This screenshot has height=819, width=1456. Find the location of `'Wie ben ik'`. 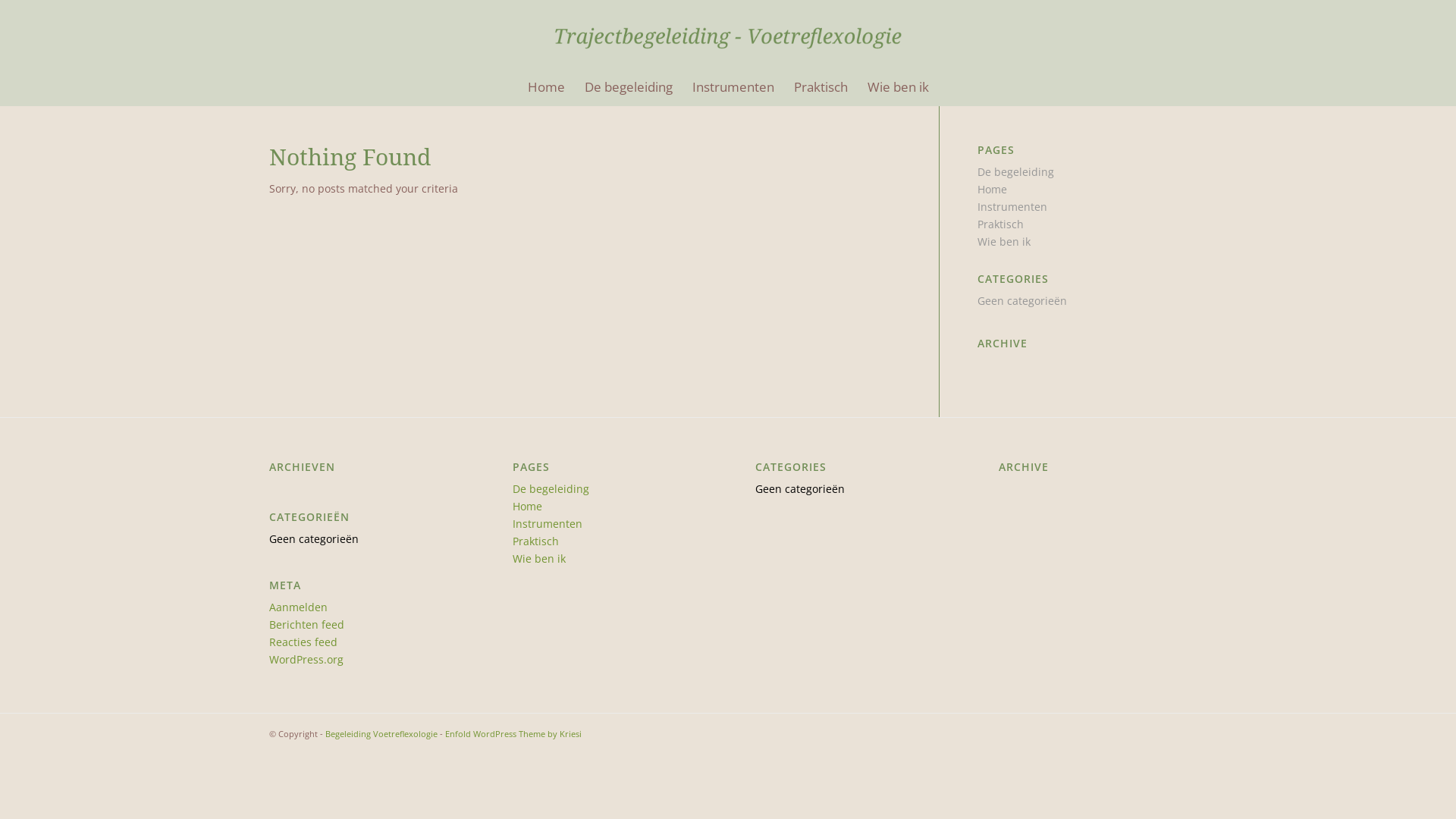

'Wie ben ik' is located at coordinates (538, 558).